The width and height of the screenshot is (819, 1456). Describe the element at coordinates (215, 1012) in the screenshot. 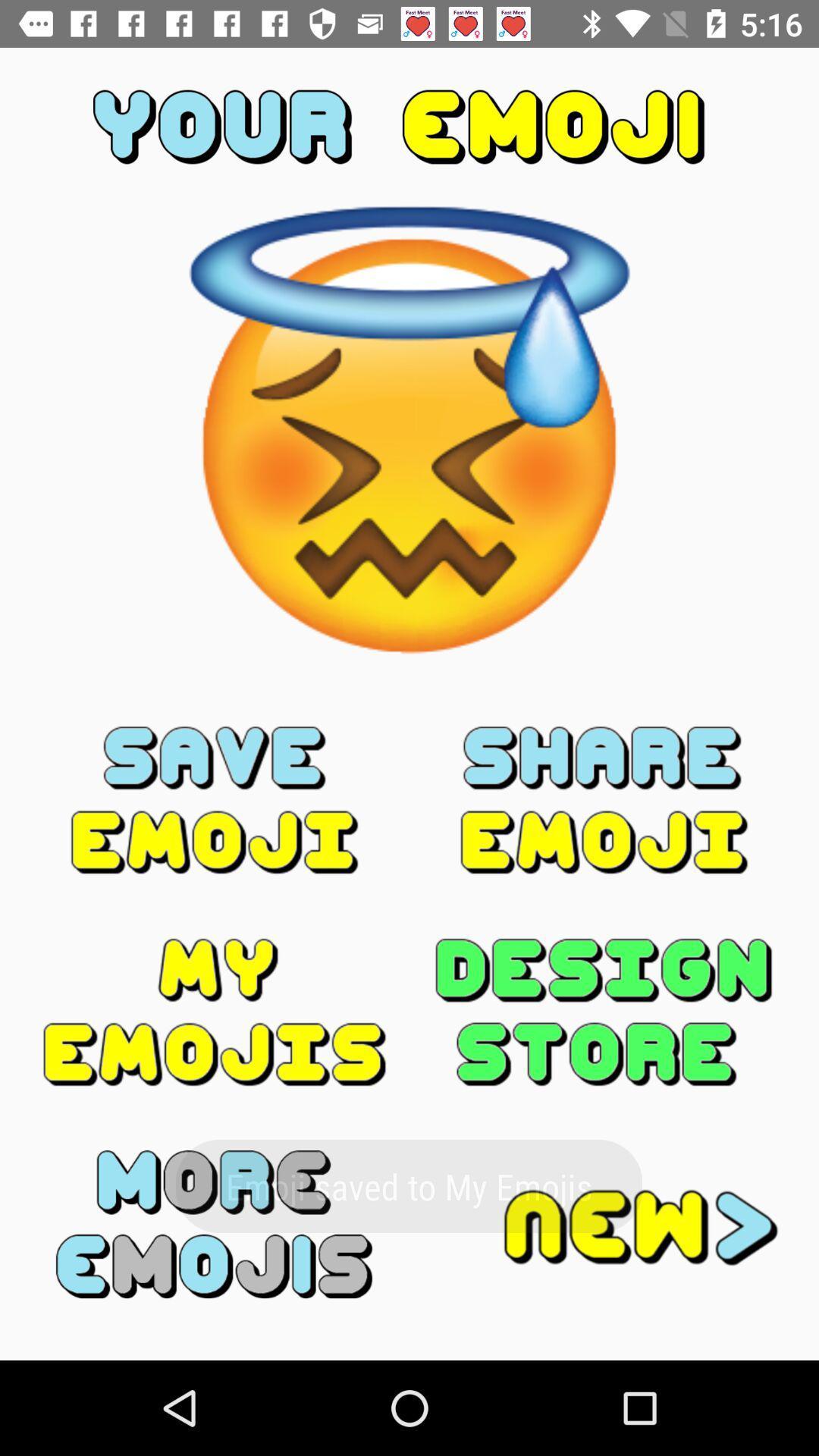

I see `shows all your emojis` at that location.